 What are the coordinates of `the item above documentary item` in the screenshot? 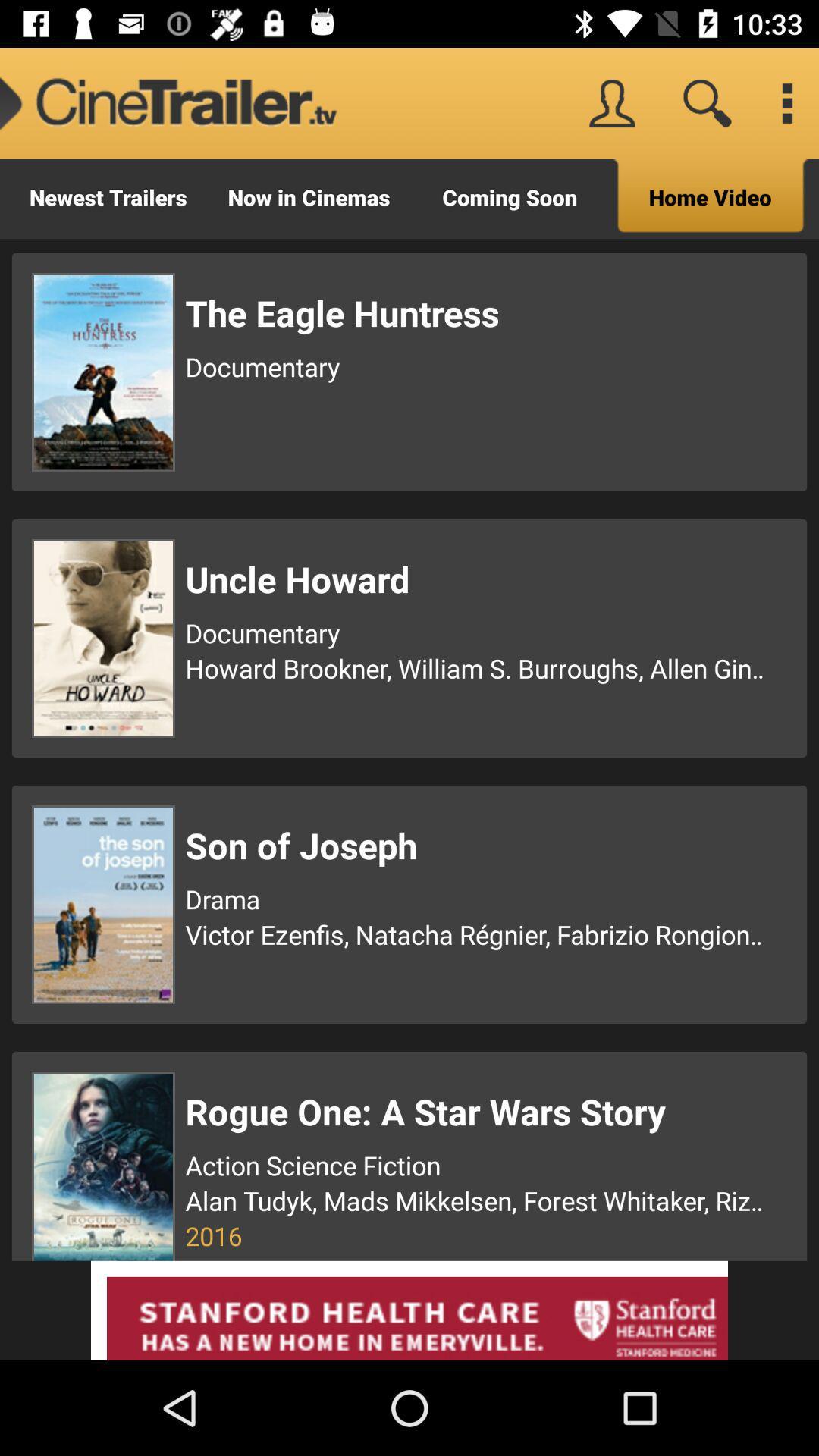 It's located at (476, 312).